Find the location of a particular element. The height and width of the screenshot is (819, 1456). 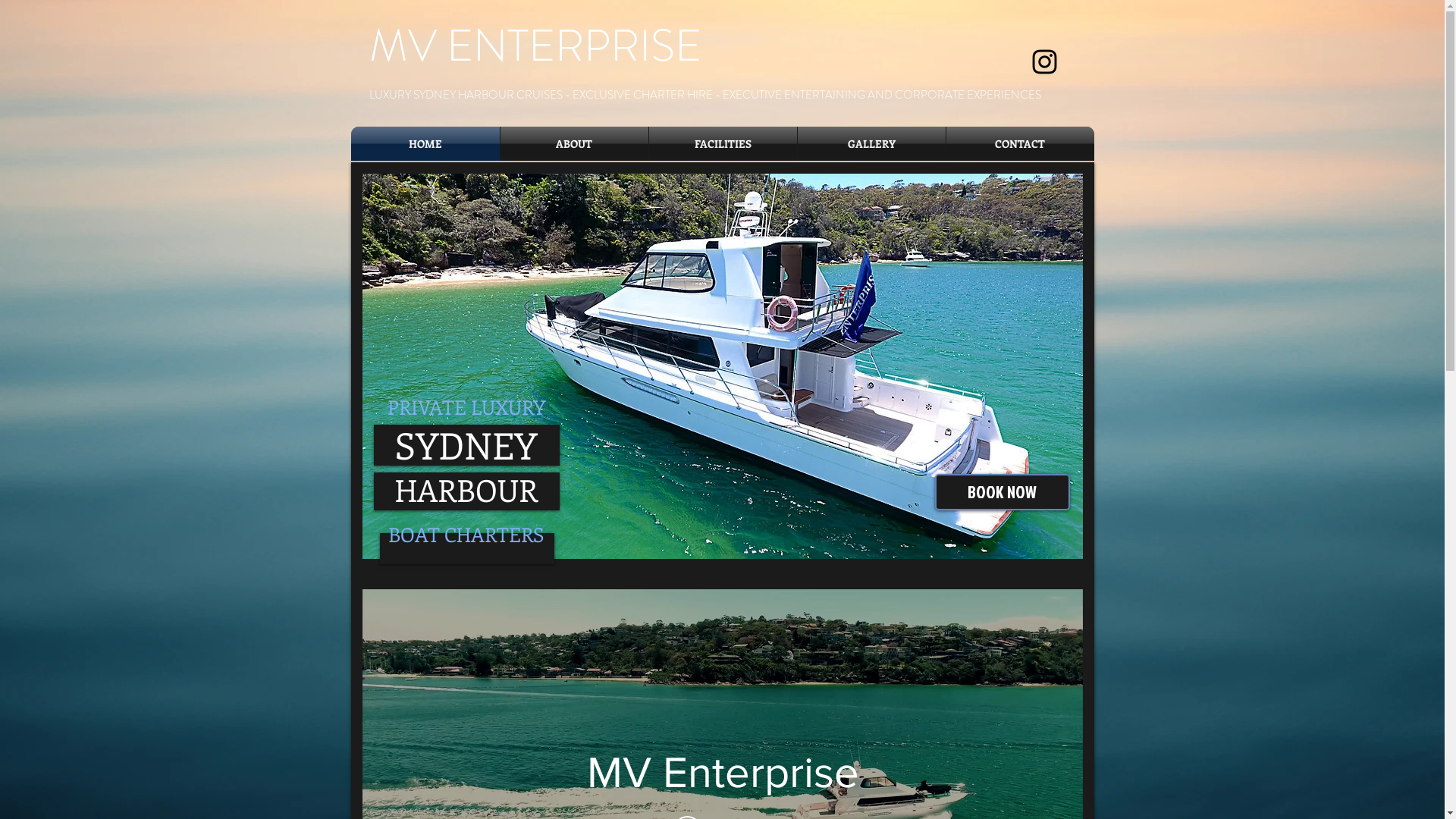

'CONTACT' is located at coordinates (1020, 143).